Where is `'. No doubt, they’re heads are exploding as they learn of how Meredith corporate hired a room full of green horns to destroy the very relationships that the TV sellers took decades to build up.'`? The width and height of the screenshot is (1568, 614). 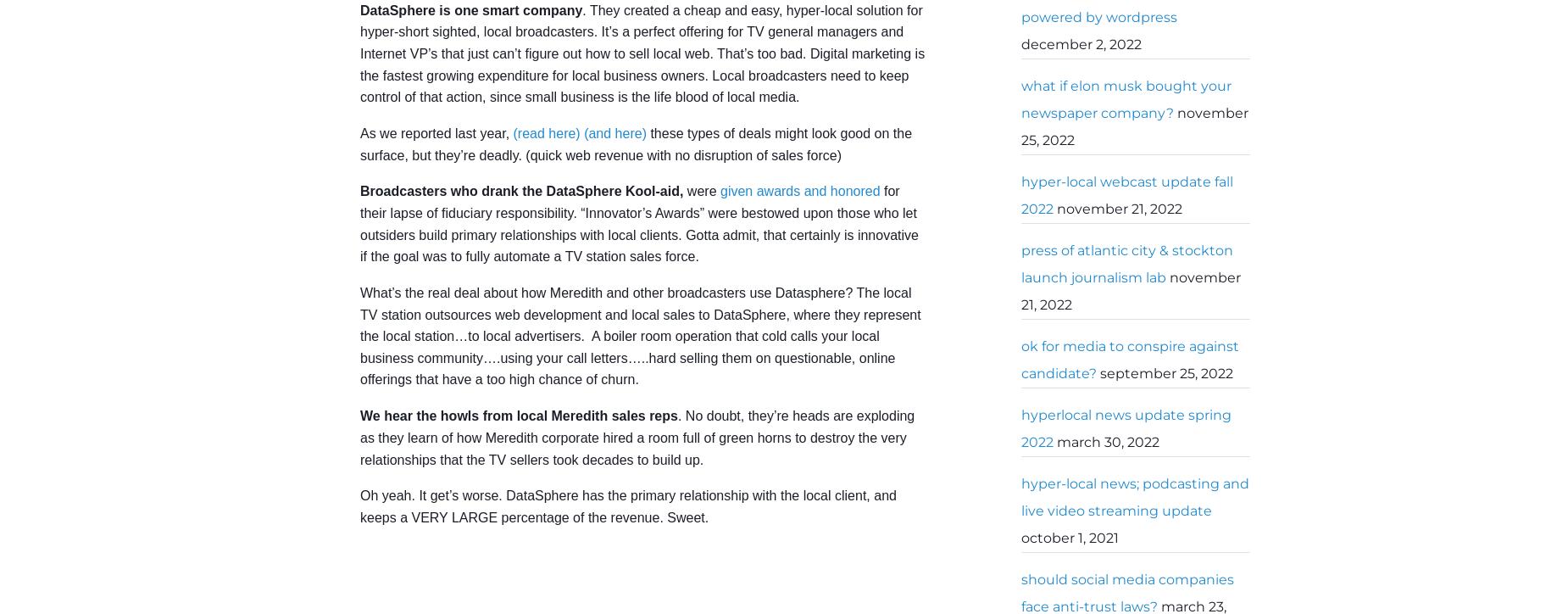
'. No doubt, they’re heads are exploding as they learn of how Meredith corporate hired a room full of green horns to destroy the very relationships that the TV sellers took decades to build up.' is located at coordinates (637, 436).